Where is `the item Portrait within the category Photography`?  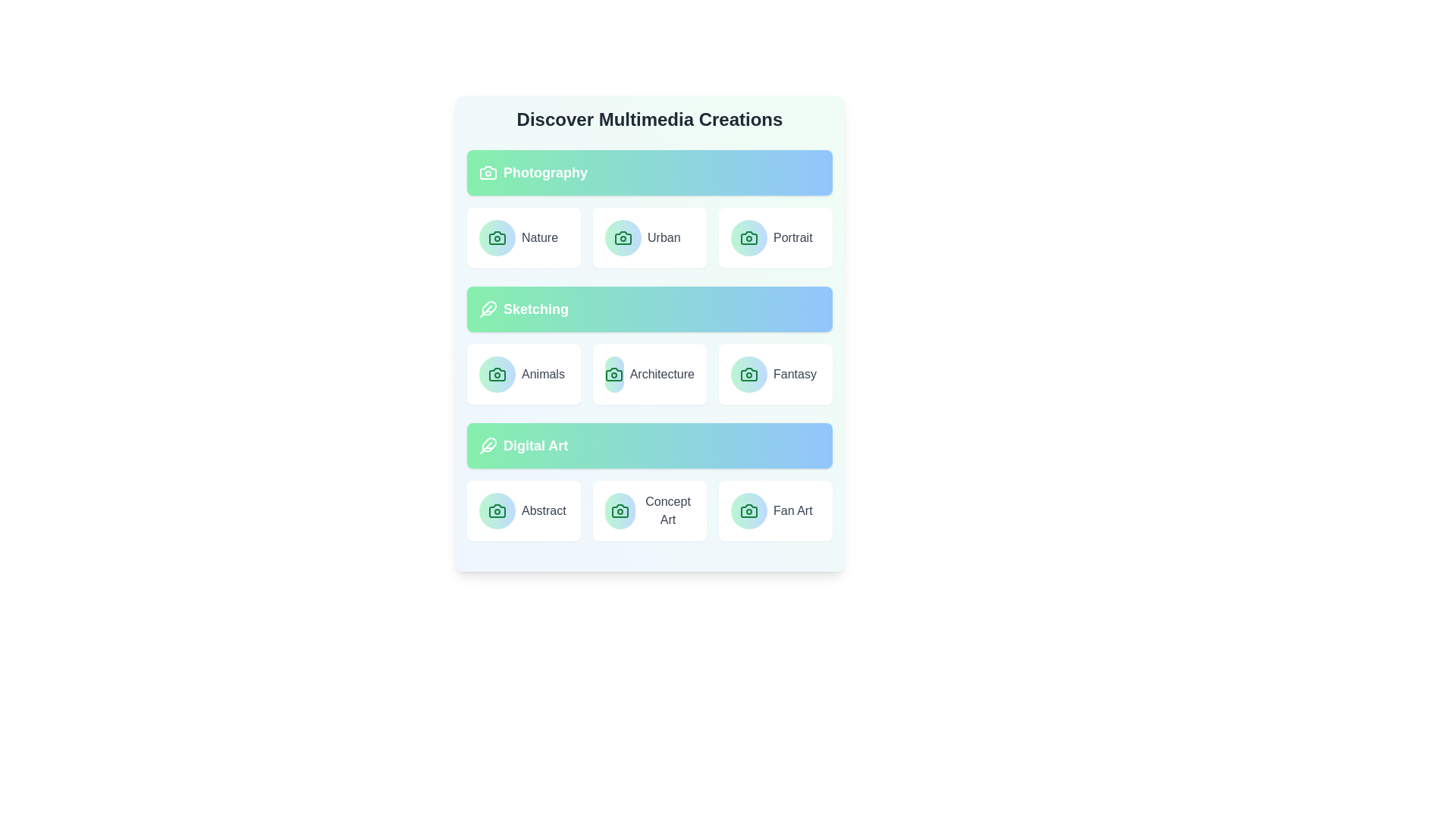 the item Portrait within the category Photography is located at coordinates (775, 237).